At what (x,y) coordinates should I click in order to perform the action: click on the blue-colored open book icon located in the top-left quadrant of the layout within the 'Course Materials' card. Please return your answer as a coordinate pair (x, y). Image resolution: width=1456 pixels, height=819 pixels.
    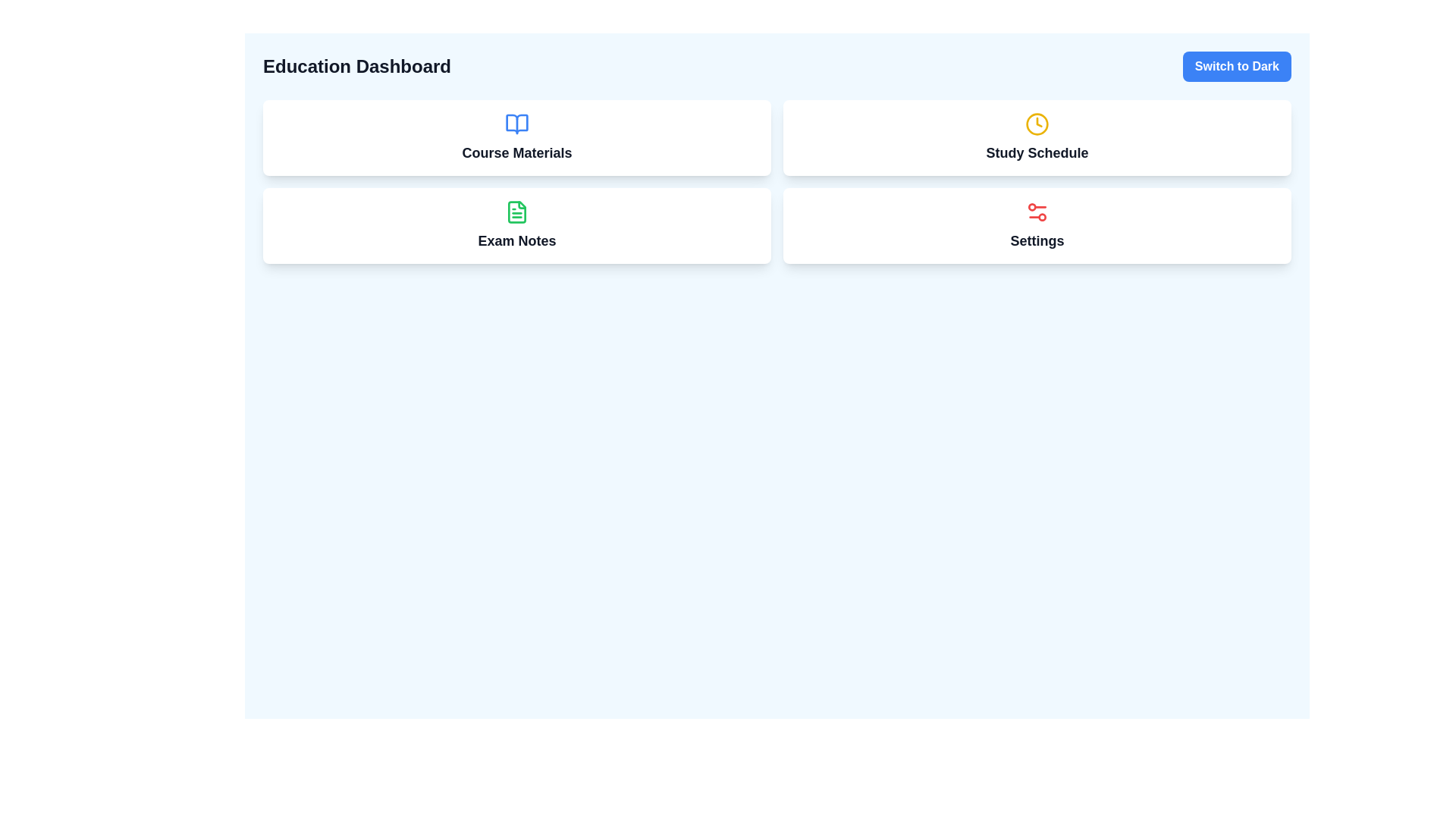
    Looking at the image, I should click on (516, 124).